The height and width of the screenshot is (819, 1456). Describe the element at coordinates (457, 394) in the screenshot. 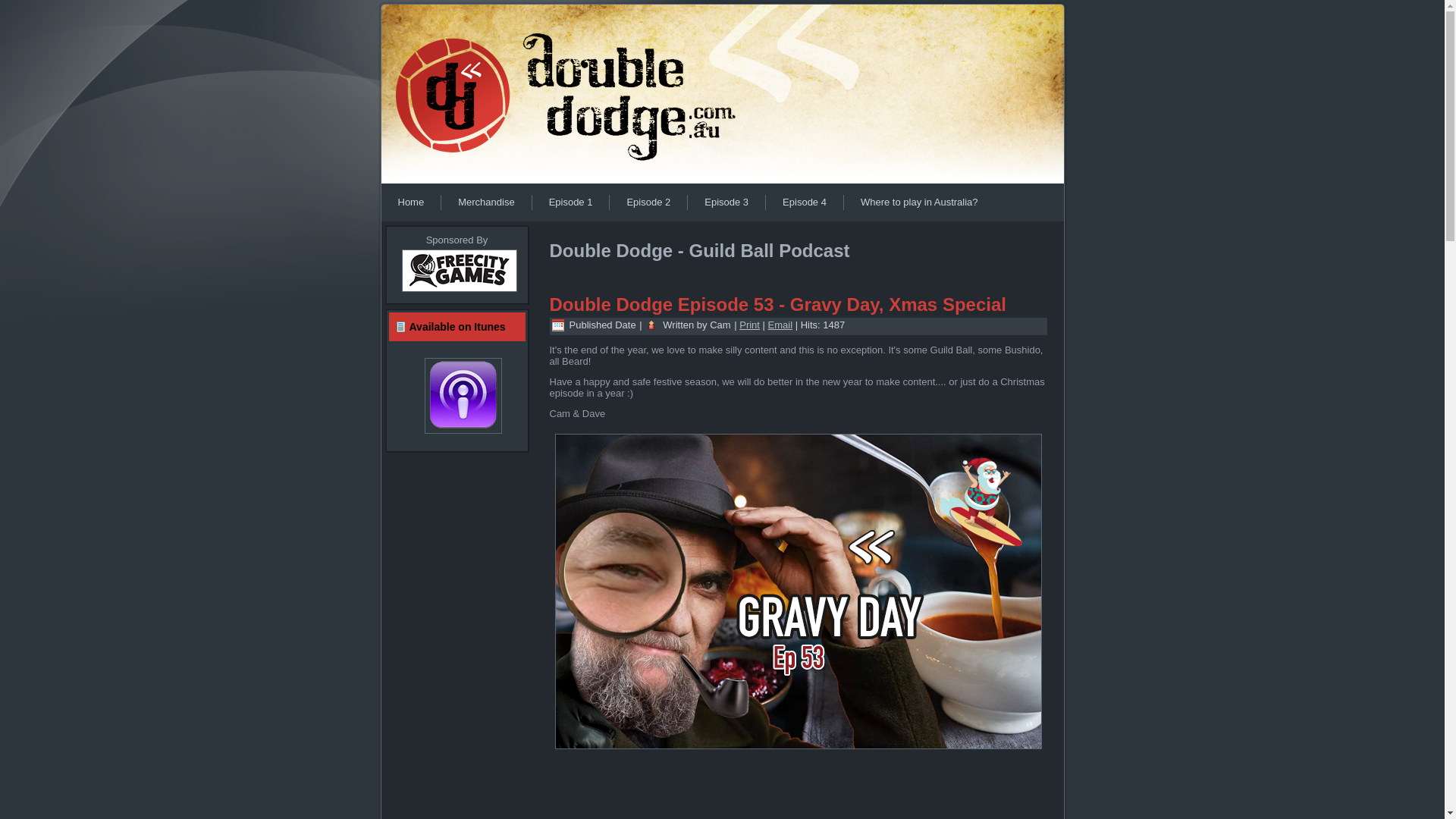

I see `'Itunes Double Dodge Podcast'` at that location.